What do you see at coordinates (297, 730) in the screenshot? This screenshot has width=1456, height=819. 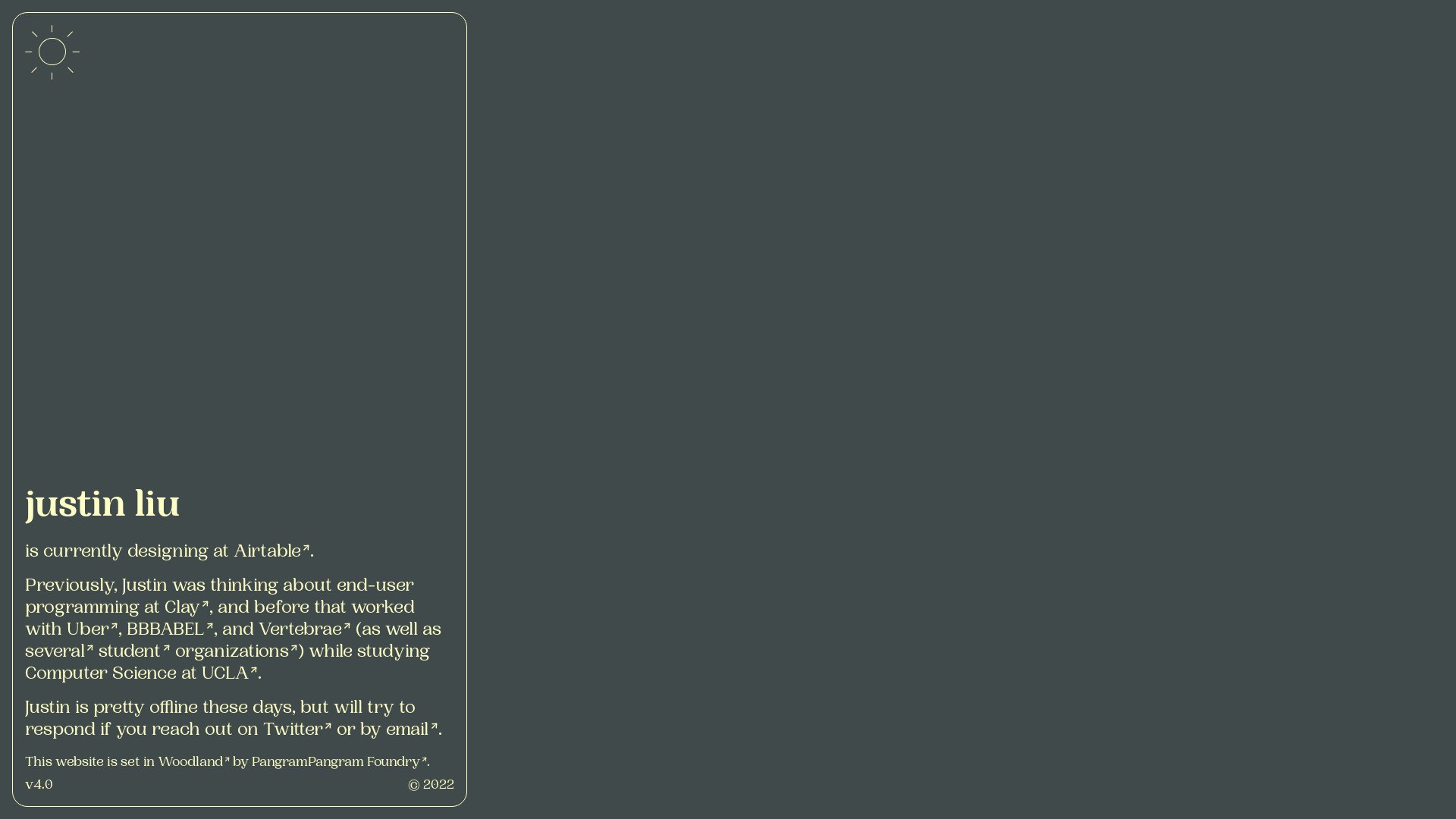 I see `'Twitter'` at bounding box center [297, 730].